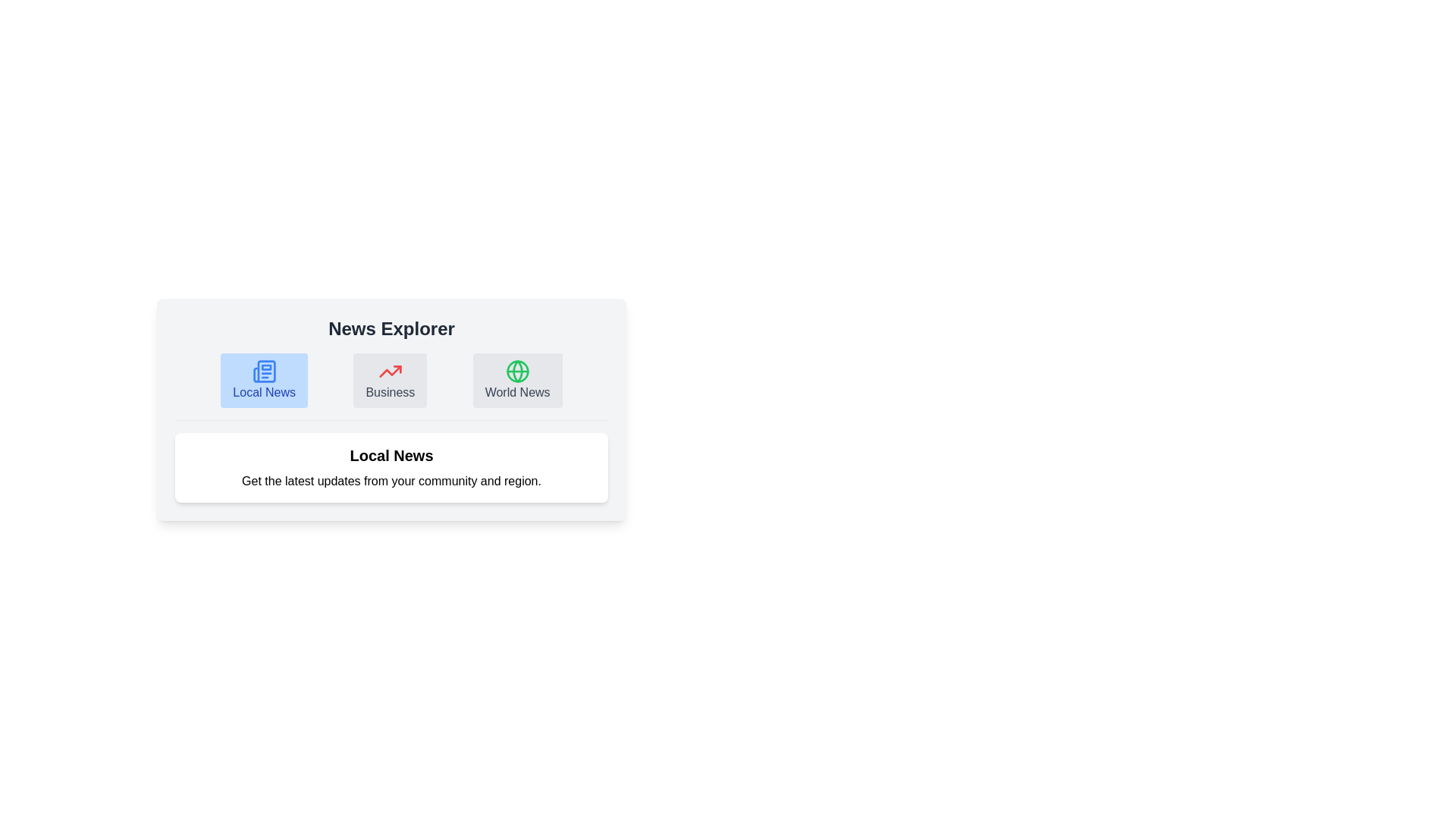  Describe the element at coordinates (517, 379) in the screenshot. I see `the World News tab` at that location.